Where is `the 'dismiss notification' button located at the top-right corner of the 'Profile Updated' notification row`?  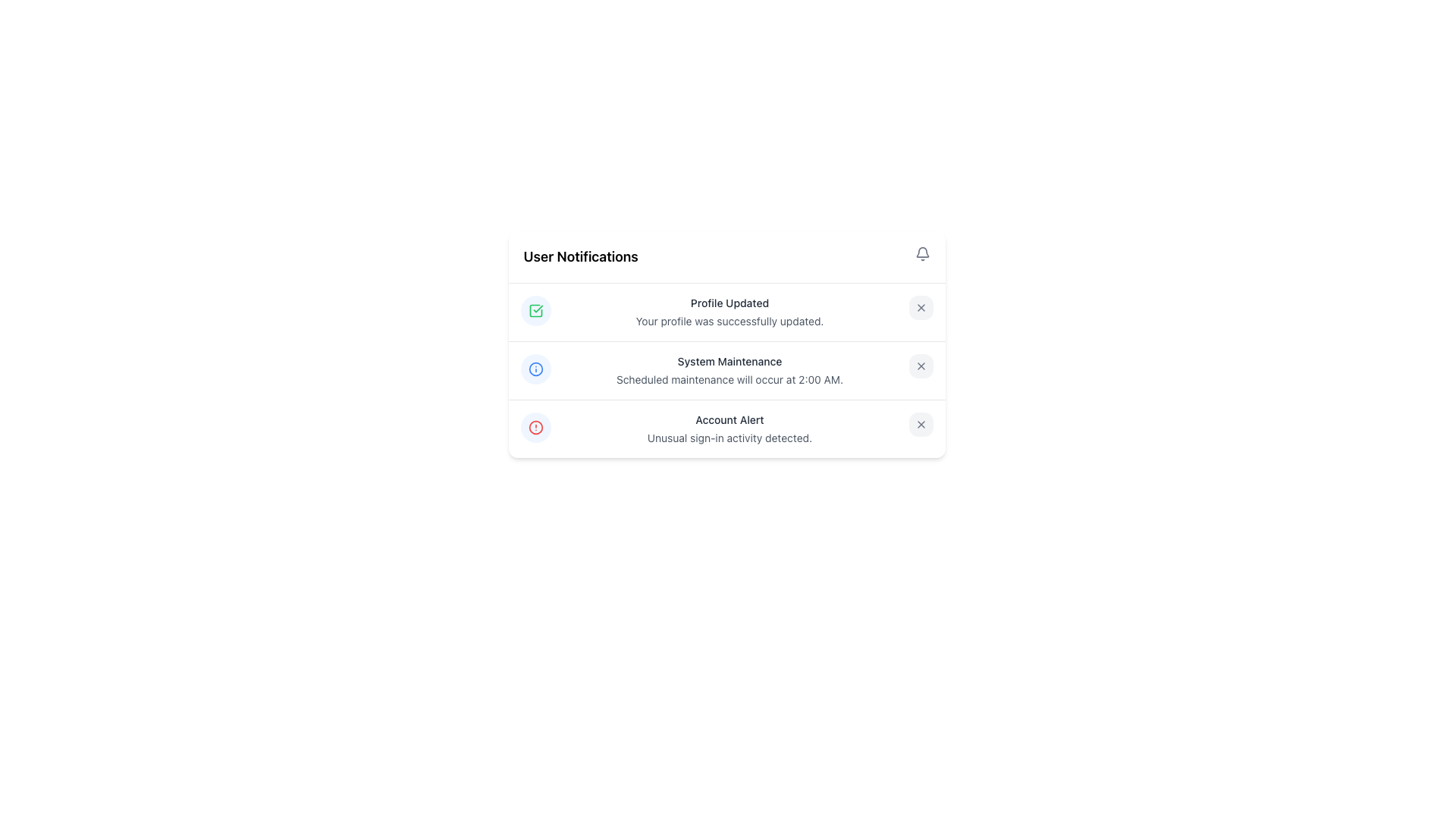
the 'dismiss notification' button located at the top-right corner of the 'Profile Updated' notification row is located at coordinates (920, 307).